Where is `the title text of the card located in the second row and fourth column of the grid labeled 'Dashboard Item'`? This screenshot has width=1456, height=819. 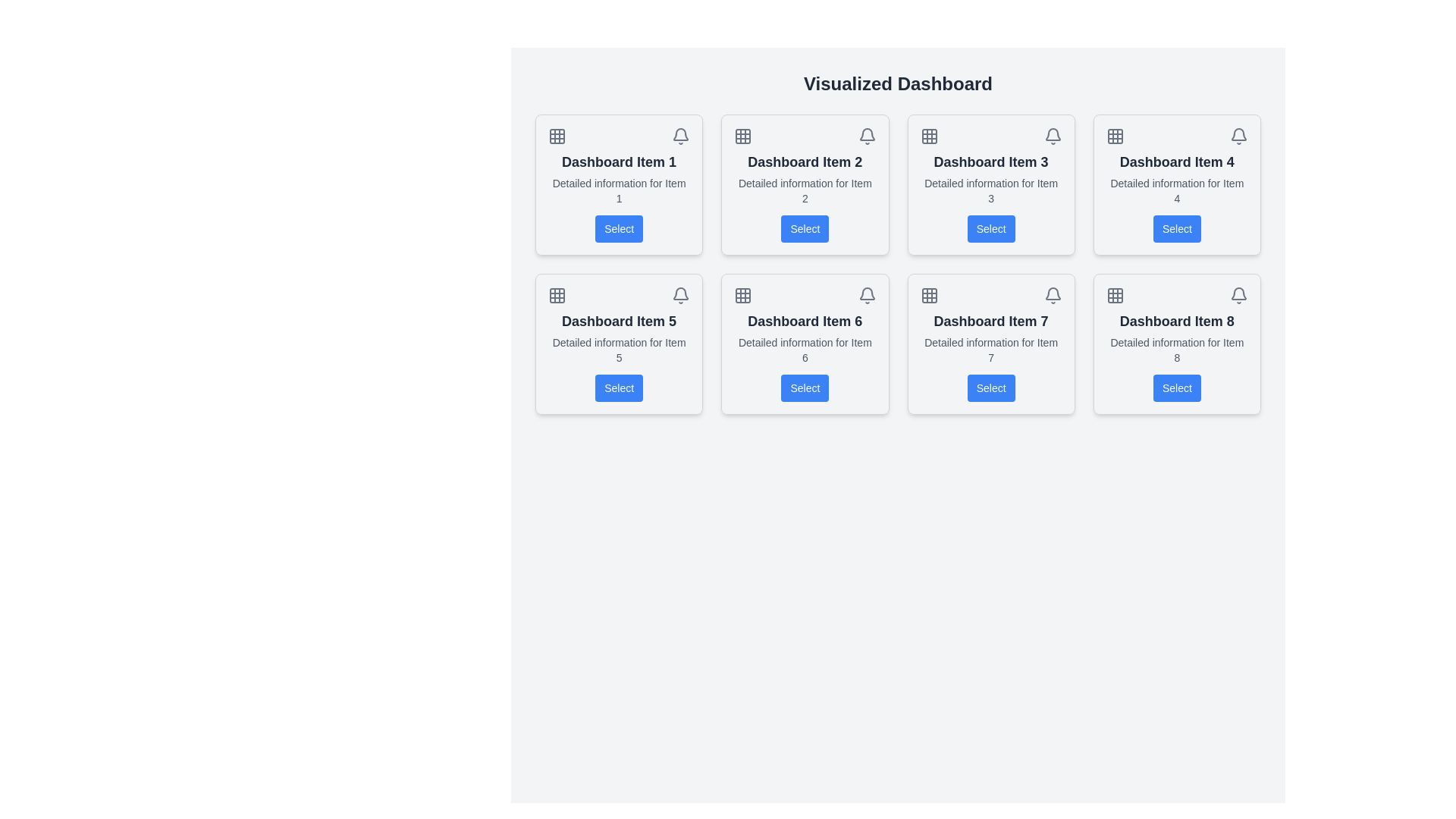 the title text of the card located in the second row and fourth column of the grid labeled 'Dashboard Item' is located at coordinates (1176, 162).